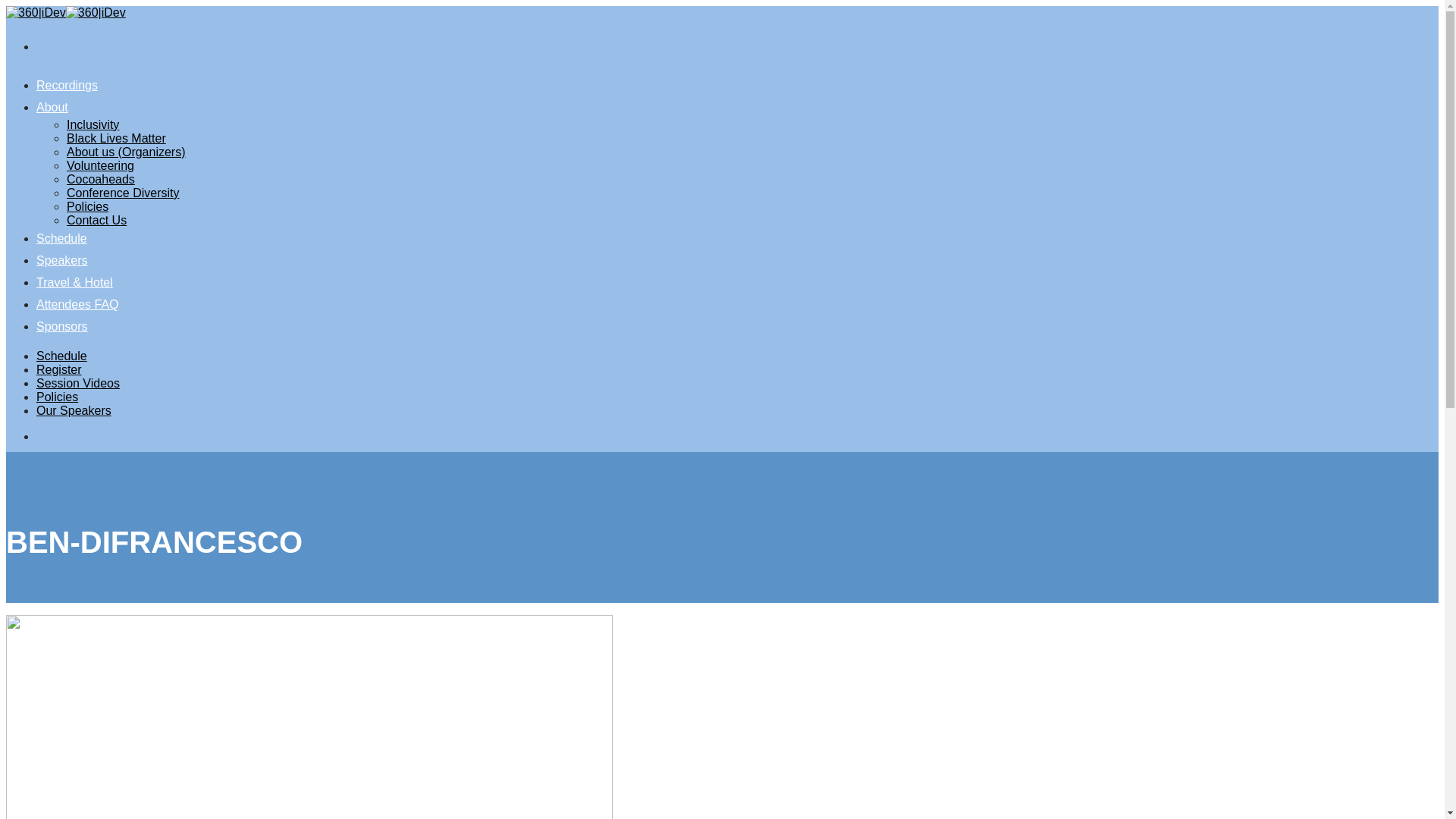 The width and height of the screenshot is (1456, 819). I want to click on 'Sponsors', so click(61, 325).